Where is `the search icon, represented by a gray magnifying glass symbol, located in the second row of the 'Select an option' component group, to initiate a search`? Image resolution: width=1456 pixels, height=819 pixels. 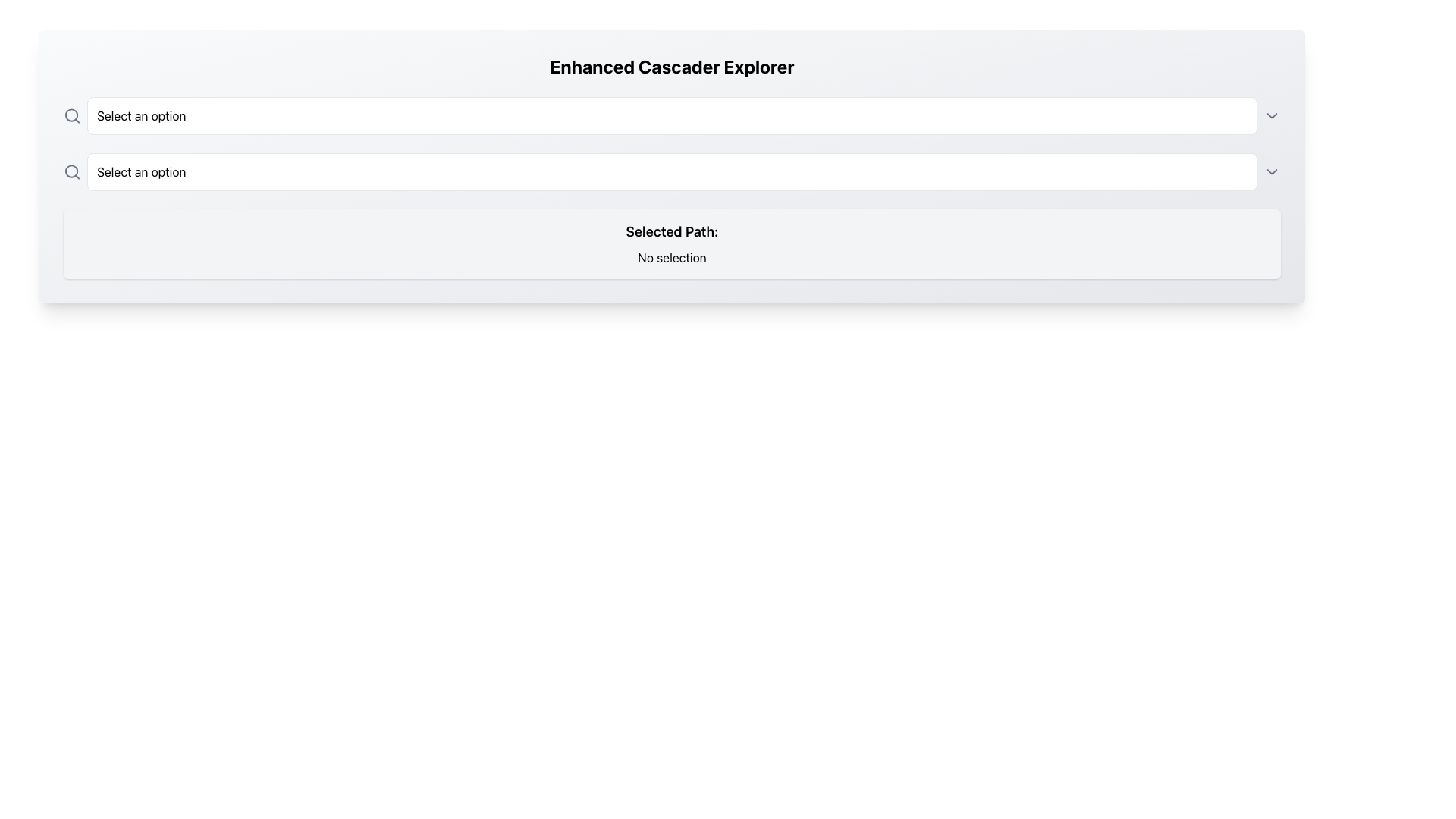 the search icon, represented by a gray magnifying glass symbol, located in the second row of the 'Select an option' component group, to initiate a search is located at coordinates (71, 171).